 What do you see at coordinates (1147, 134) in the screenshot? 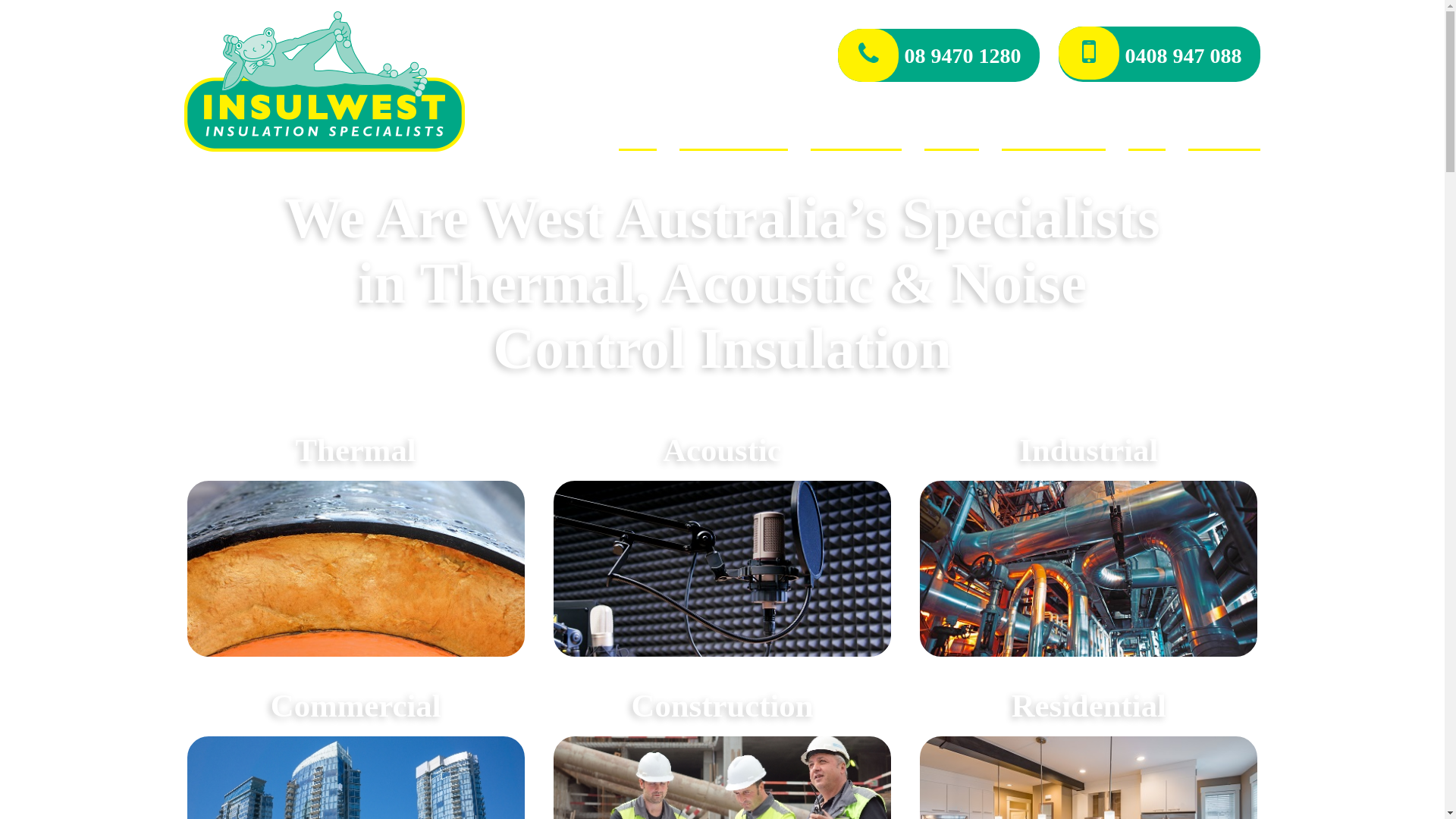
I see `'FAQS'` at bounding box center [1147, 134].